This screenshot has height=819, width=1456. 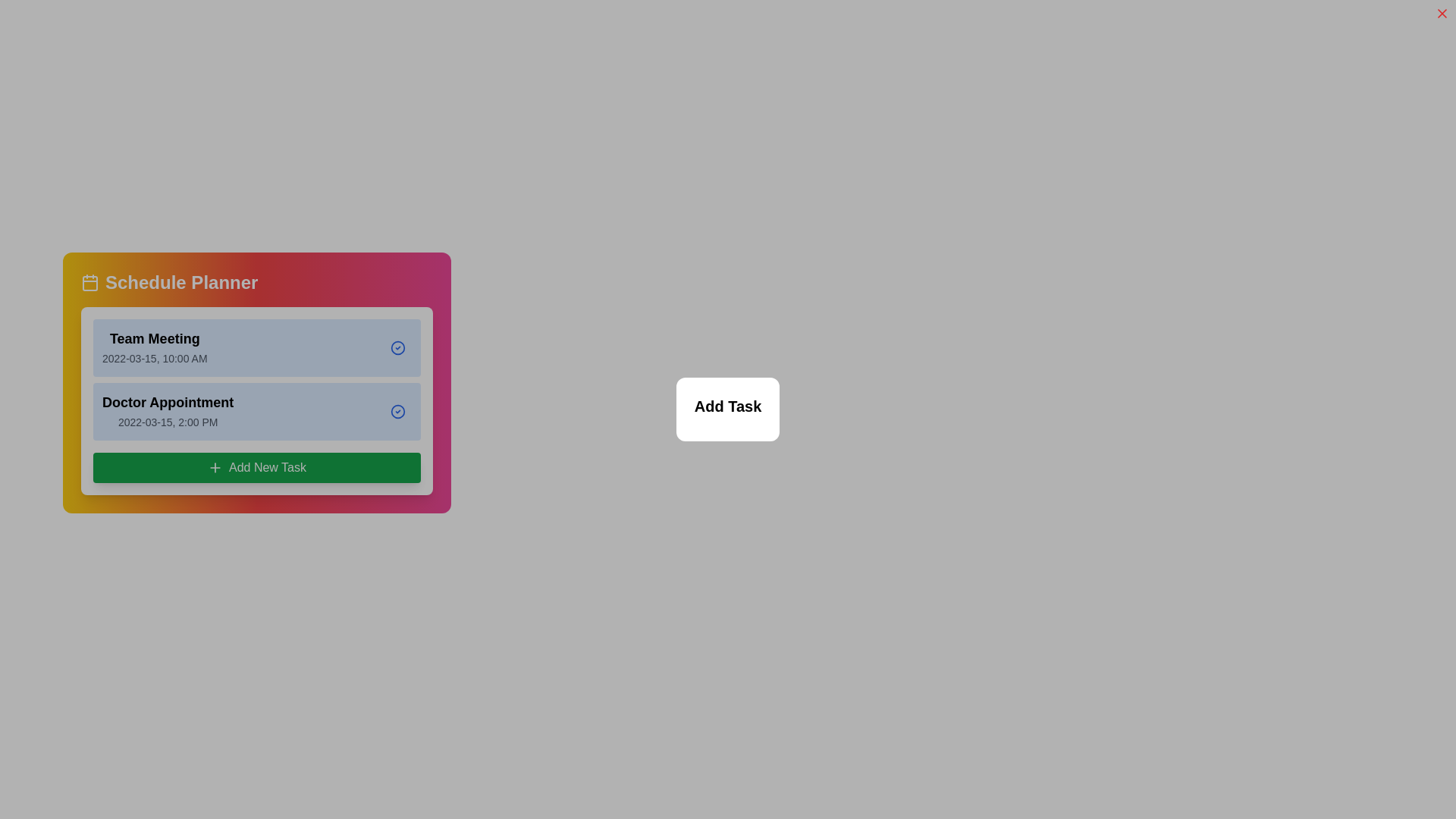 I want to click on the Text Display element that shows 'Doctor Appointment' and the date and time '2022-03-15, 2:00 PM', located in the 'Schedule Planner' panel below 'Team Meeting', so click(x=168, y=412).